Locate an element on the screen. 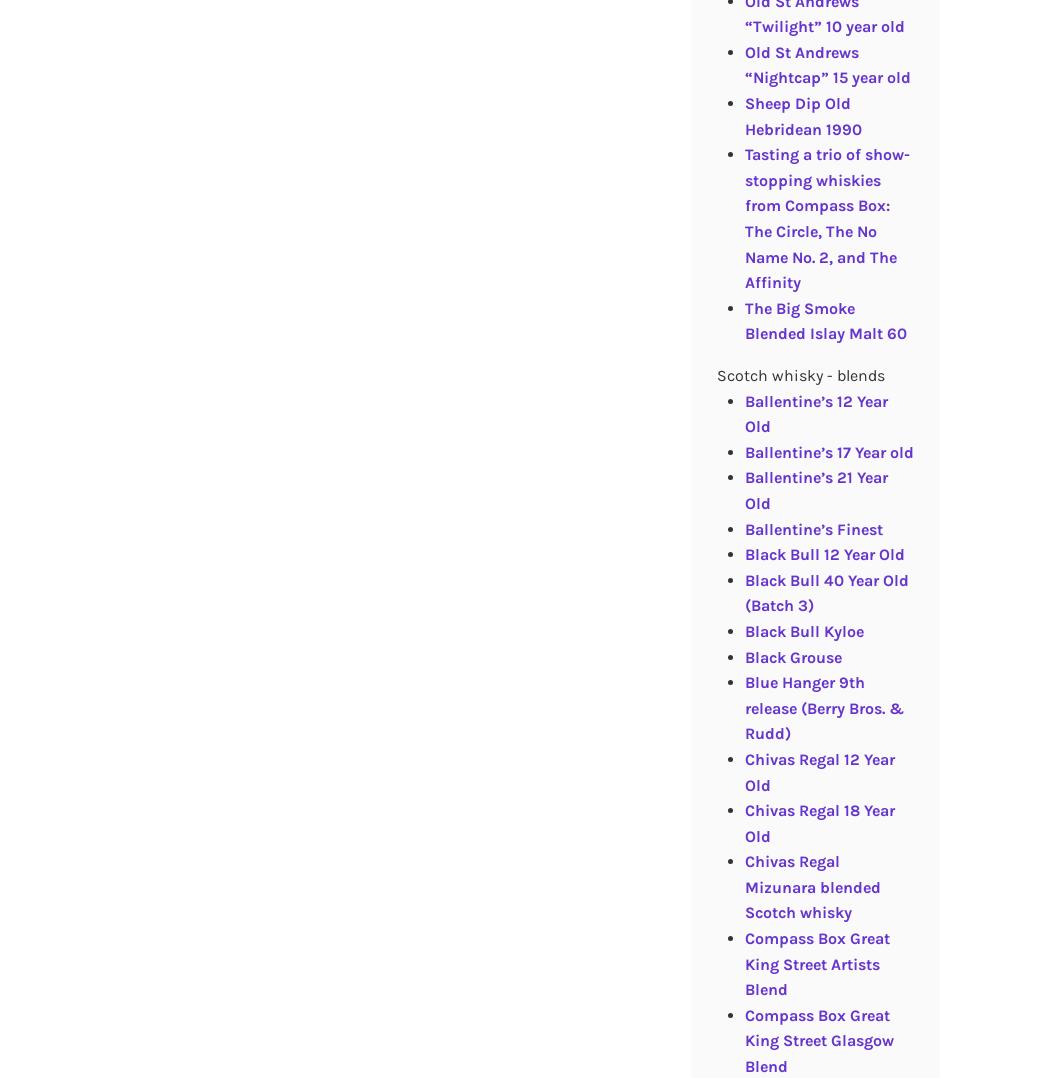  'Black Bull Kyloe' is located at coordinates (802, 629).